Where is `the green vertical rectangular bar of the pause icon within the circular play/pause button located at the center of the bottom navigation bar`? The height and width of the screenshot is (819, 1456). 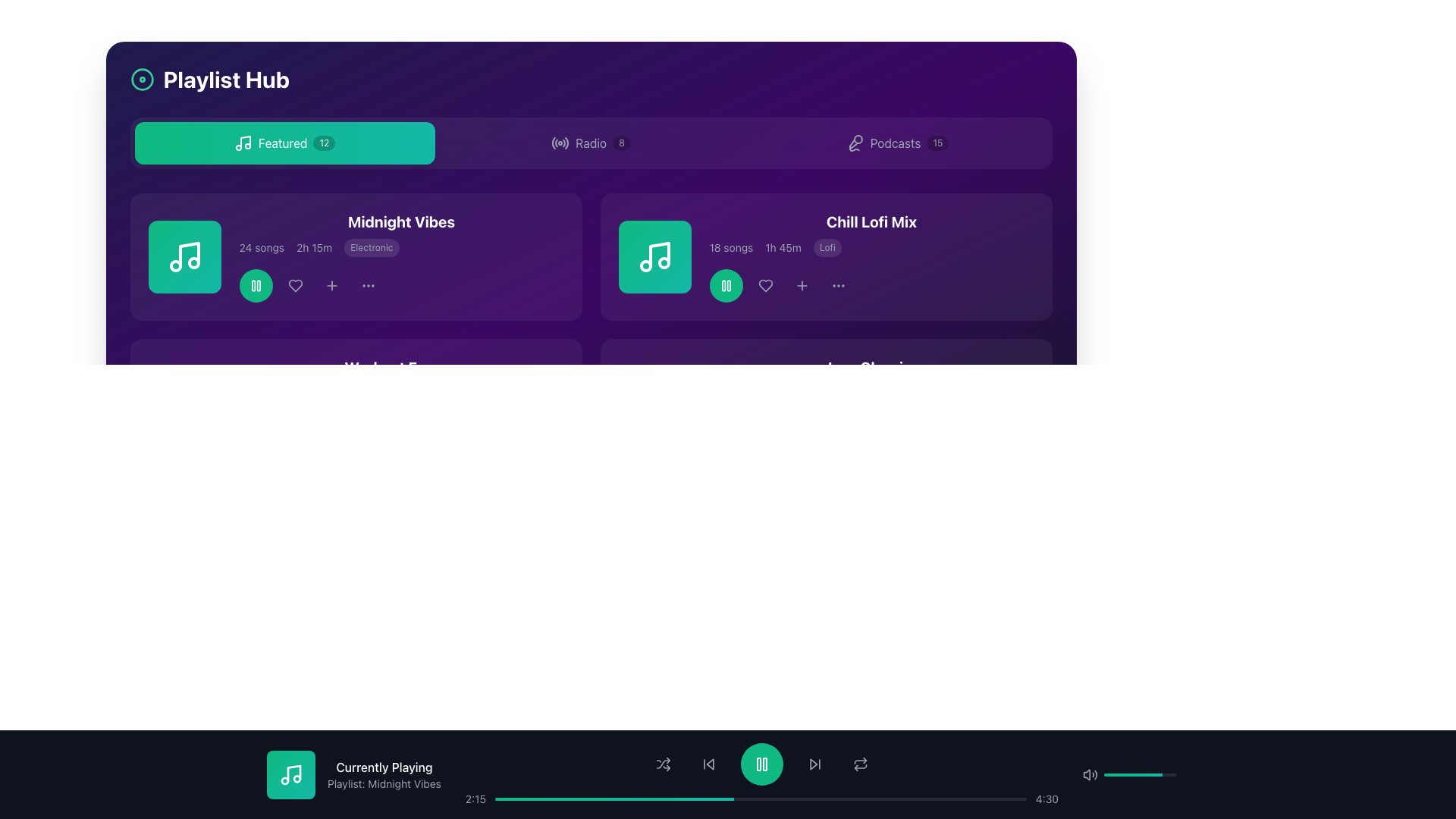
the green vertical rectangular bar of the pause icon within the circular play/pause button located at the center of the bottom navigation bar is located at coordinates (764, 764).